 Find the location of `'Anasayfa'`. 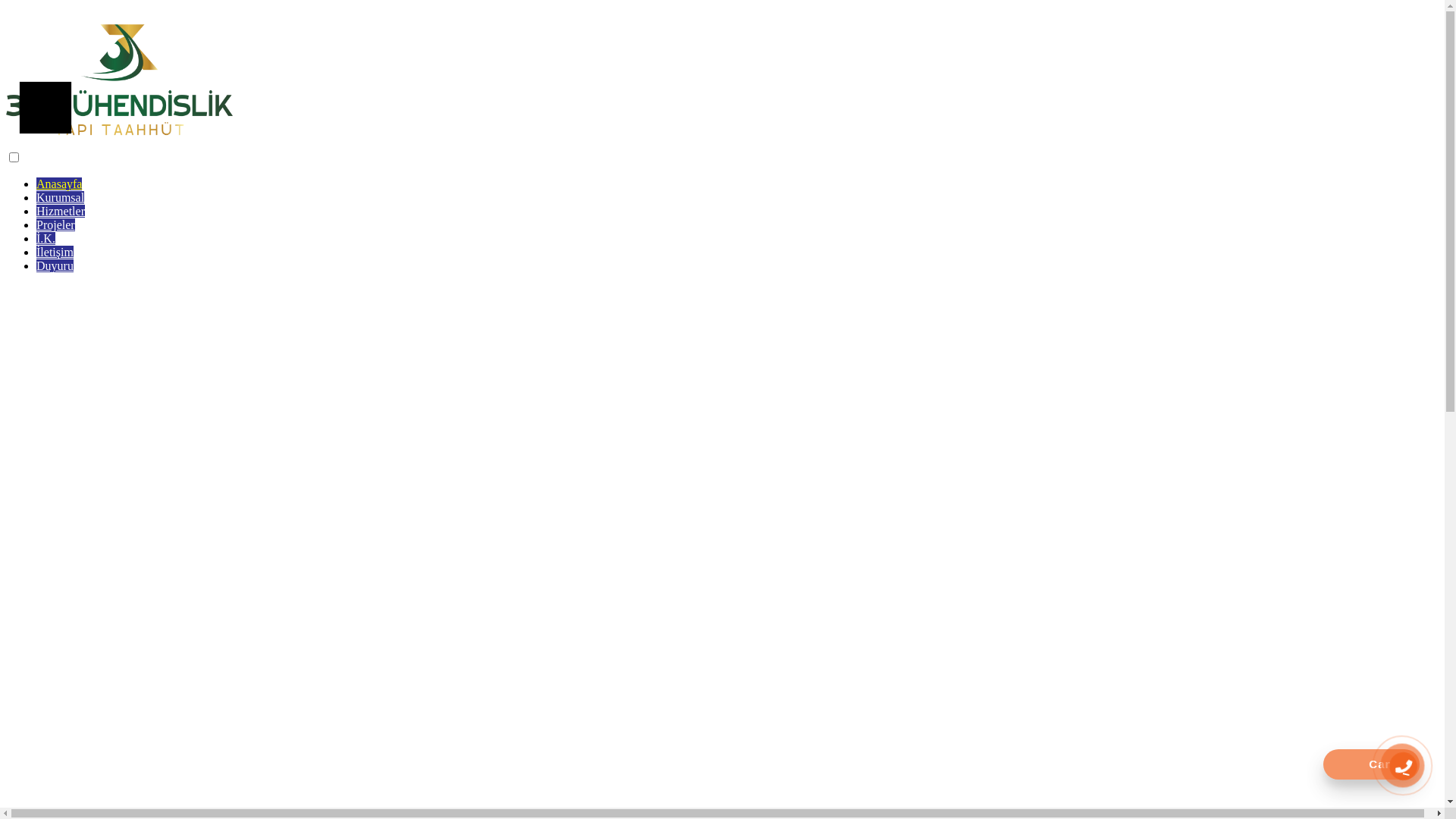

'Anasayfa' is located at coordinates (58, 183).